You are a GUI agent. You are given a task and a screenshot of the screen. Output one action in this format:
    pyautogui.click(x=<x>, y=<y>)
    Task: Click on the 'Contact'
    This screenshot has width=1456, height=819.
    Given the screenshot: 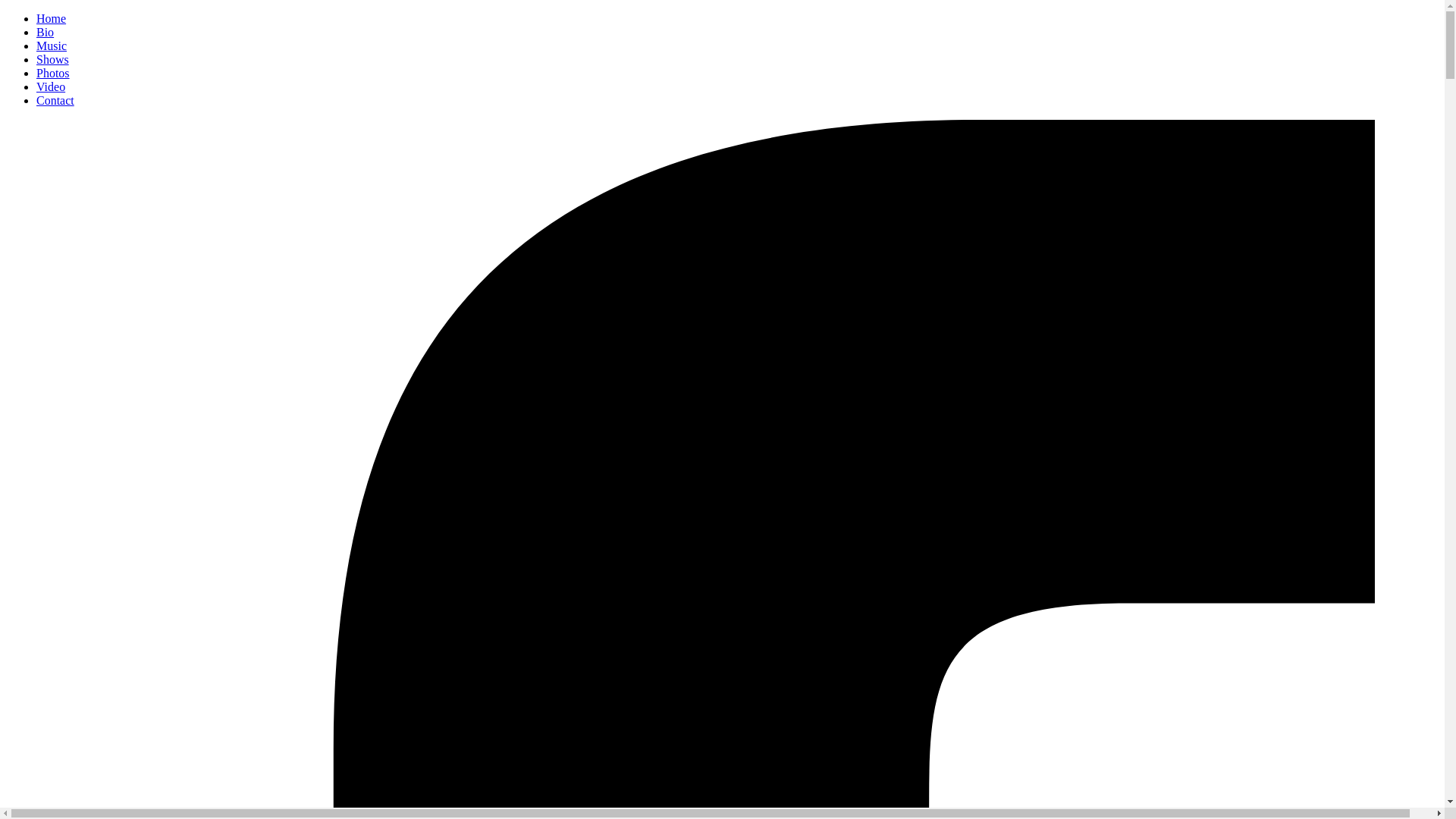 What is the action you would take?
    pyautogui.click(x=55, y=100)
    